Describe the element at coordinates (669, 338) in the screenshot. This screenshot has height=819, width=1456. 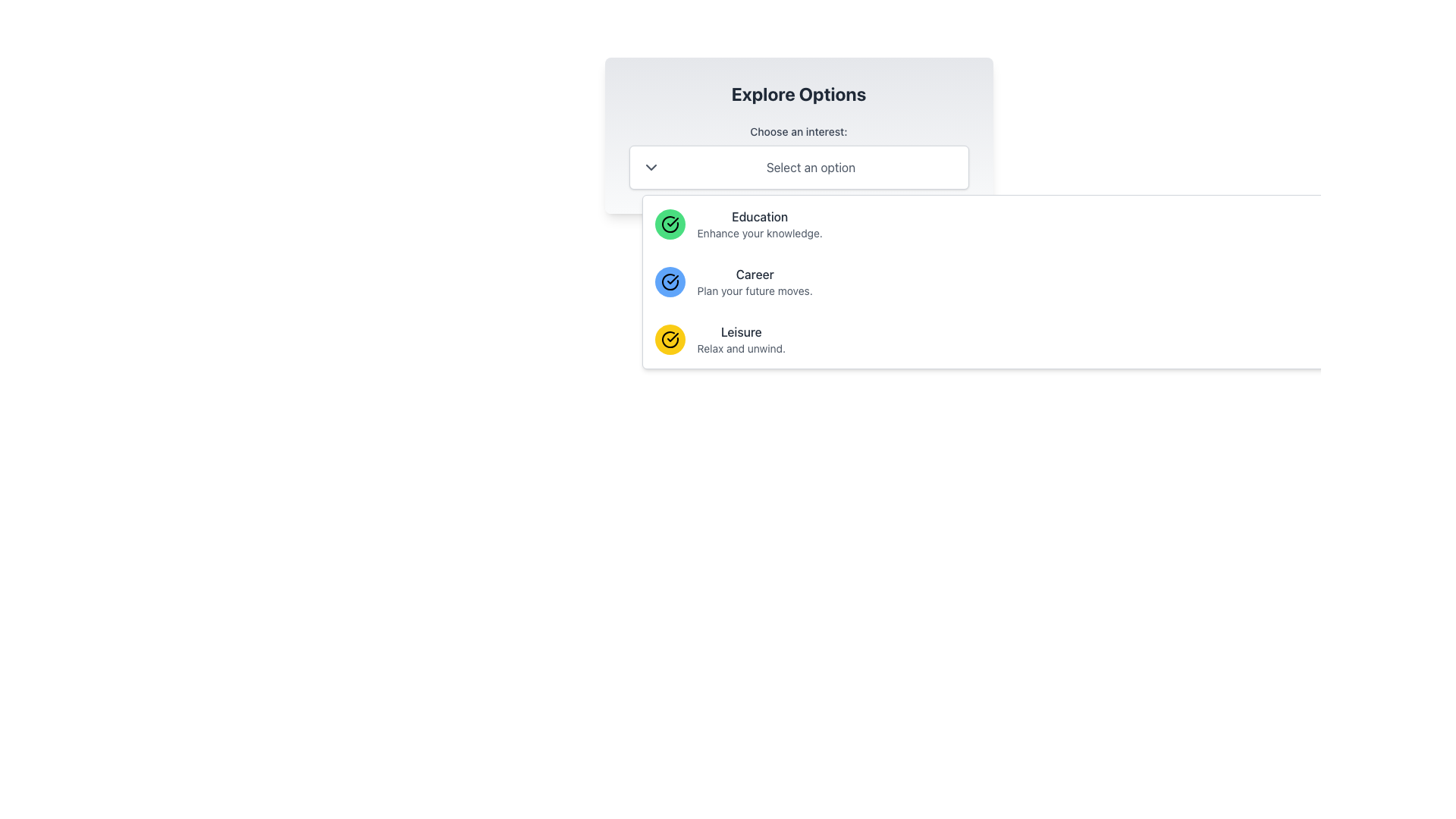
I see `the circular icon with a yellow background and a black checkmark, which is positioned to the left of the text 'Leisure' and 'Relax and unwind.'` at that location.